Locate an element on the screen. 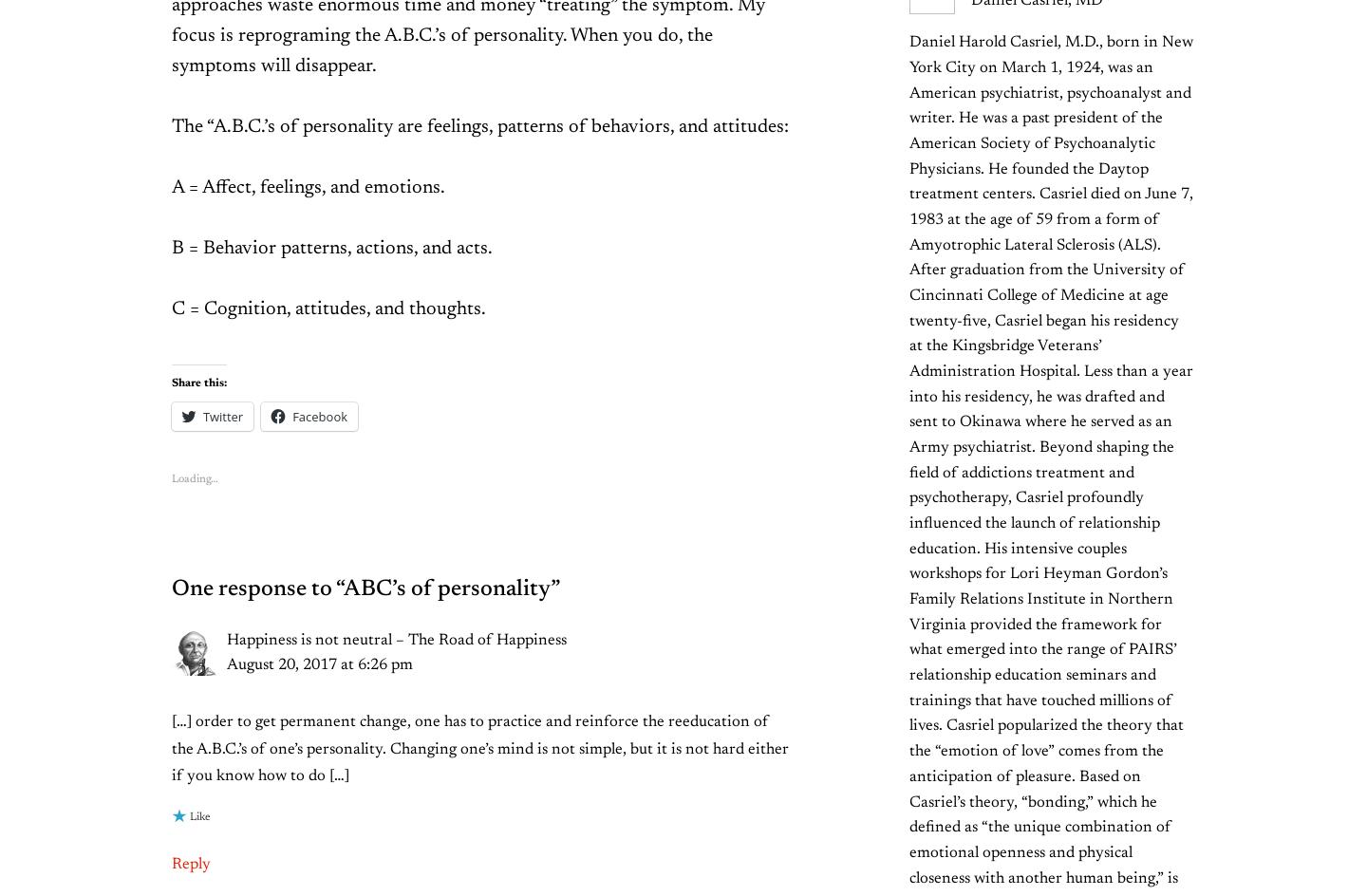 Image resolution: width=1367 pixels, height=896 pixels. 'August 20, 2017 at 6:26 pm' is located at coordinates (319, 664).